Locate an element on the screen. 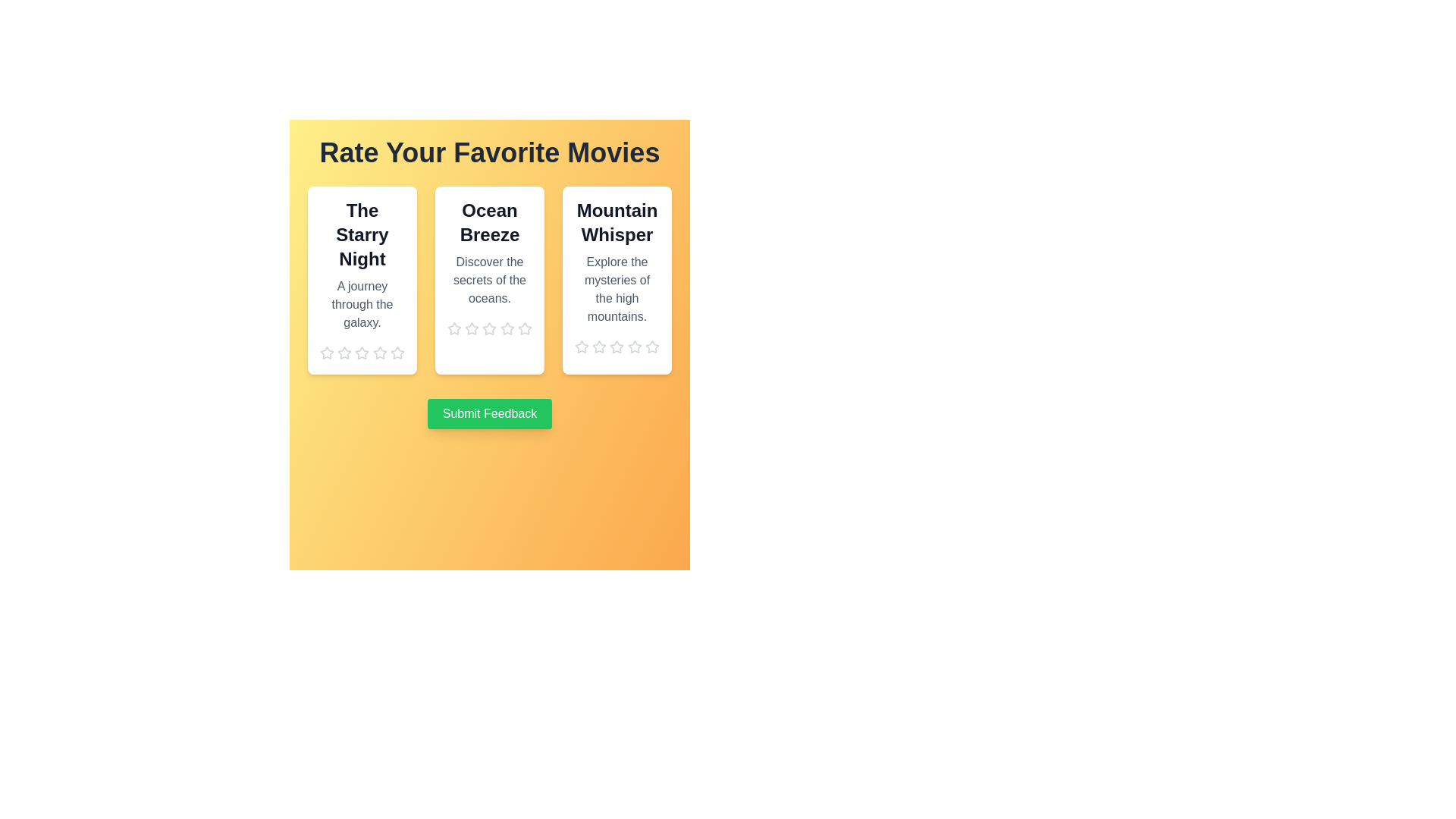  the star corresponding to 2 stars to preview the rating is located at coordinates (344, 353).